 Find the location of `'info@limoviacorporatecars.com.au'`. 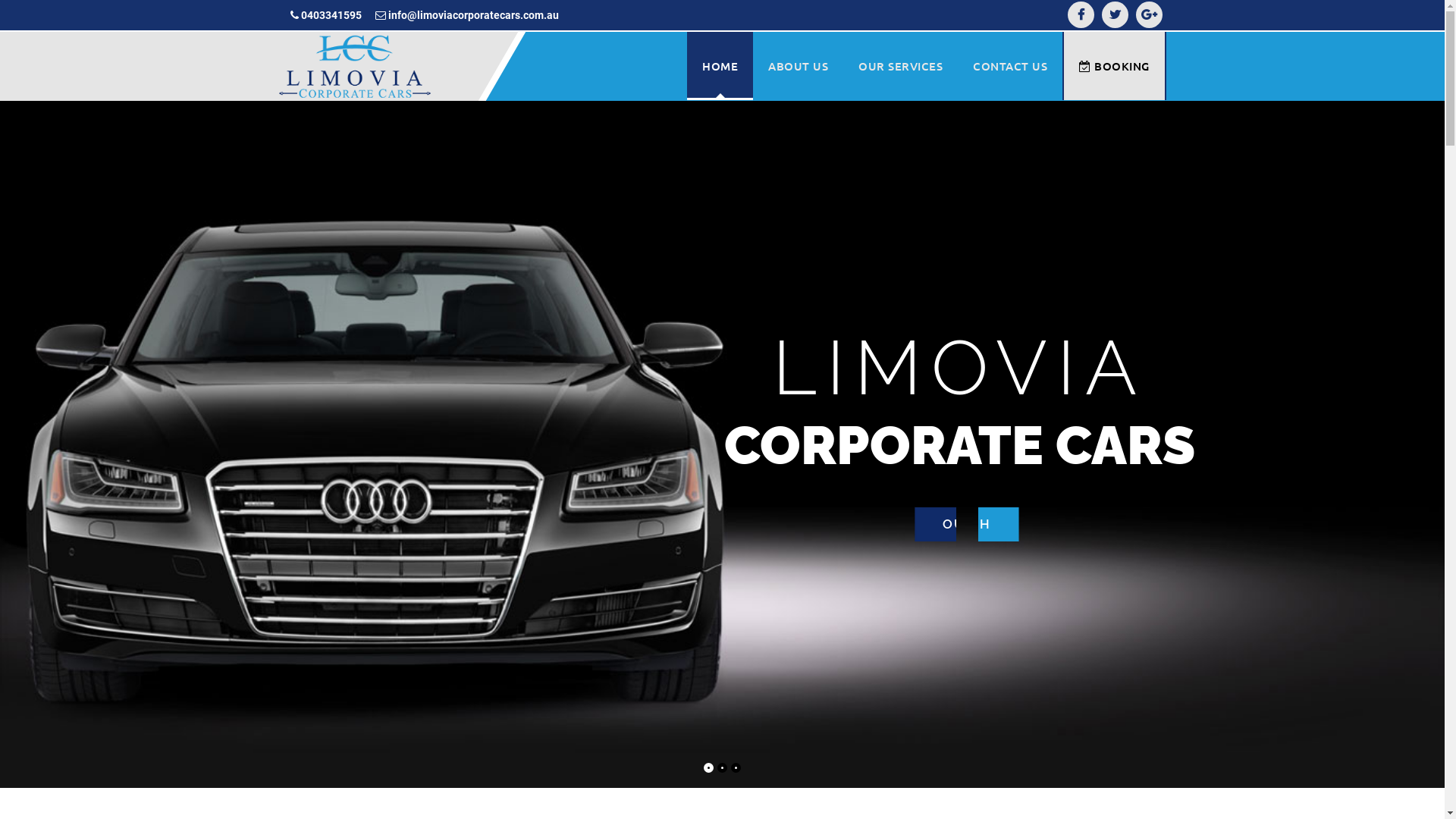

'info@limoviacorporatecars.com.au' is located at coordinates (465, 14).